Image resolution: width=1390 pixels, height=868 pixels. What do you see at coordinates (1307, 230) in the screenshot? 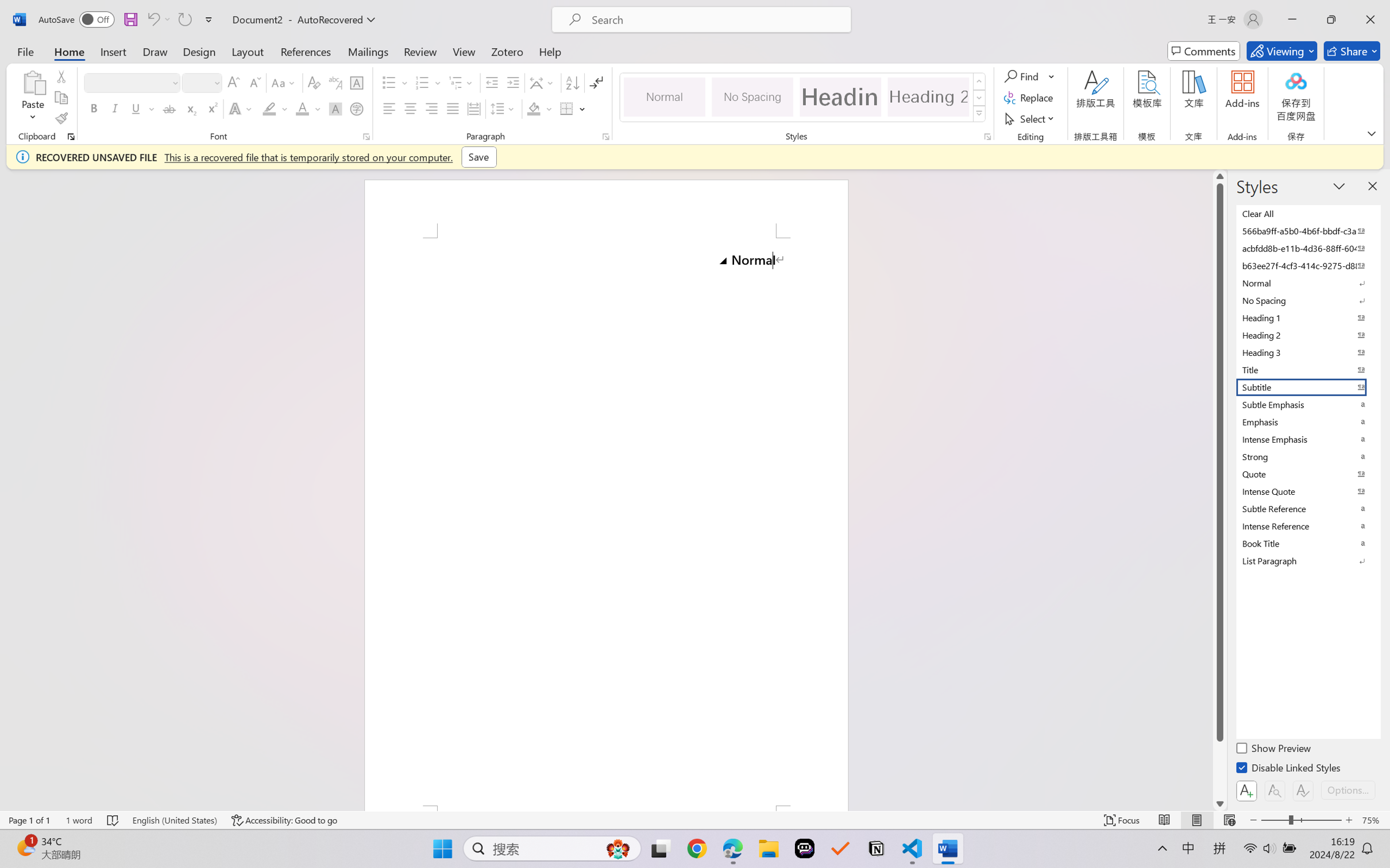
I see `'566ba9ff-a5b0-4b6f-bbdf-c3ab41993fc2'` at bounding box center [1307, 230].